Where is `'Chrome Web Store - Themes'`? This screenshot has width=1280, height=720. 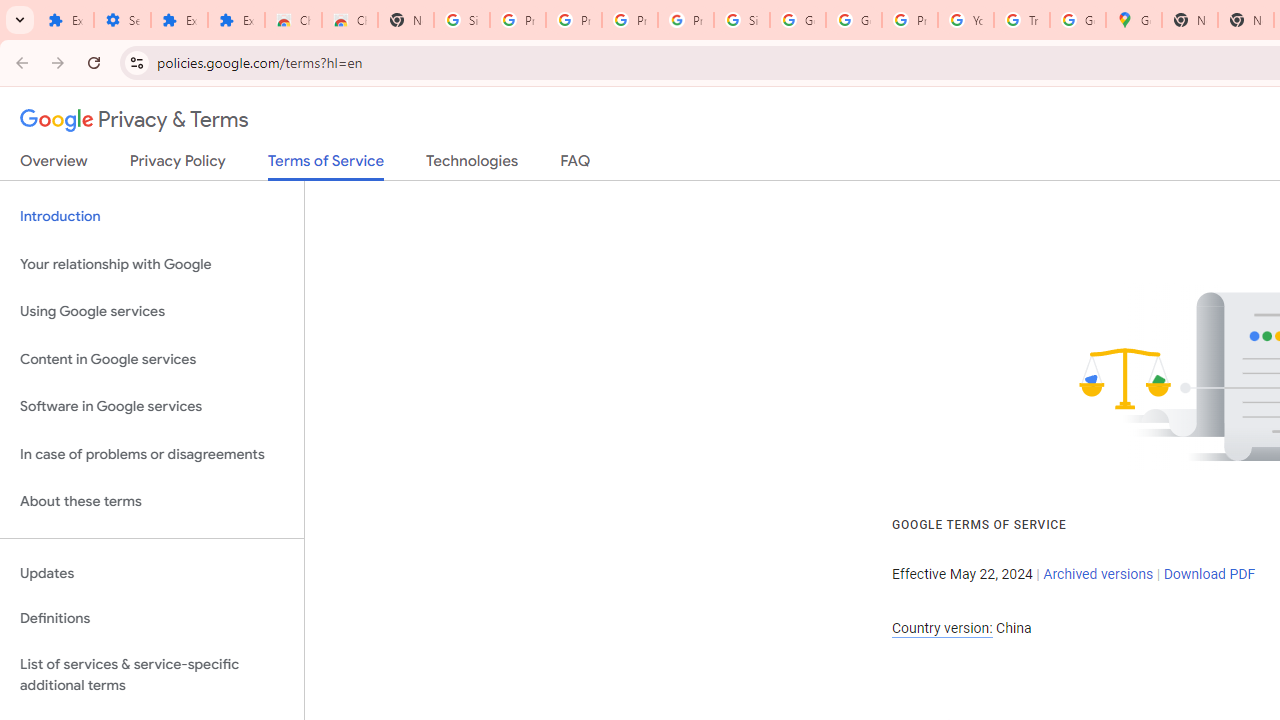 'Chrome Web Store - Themes' is located at coordinates (350, 20).